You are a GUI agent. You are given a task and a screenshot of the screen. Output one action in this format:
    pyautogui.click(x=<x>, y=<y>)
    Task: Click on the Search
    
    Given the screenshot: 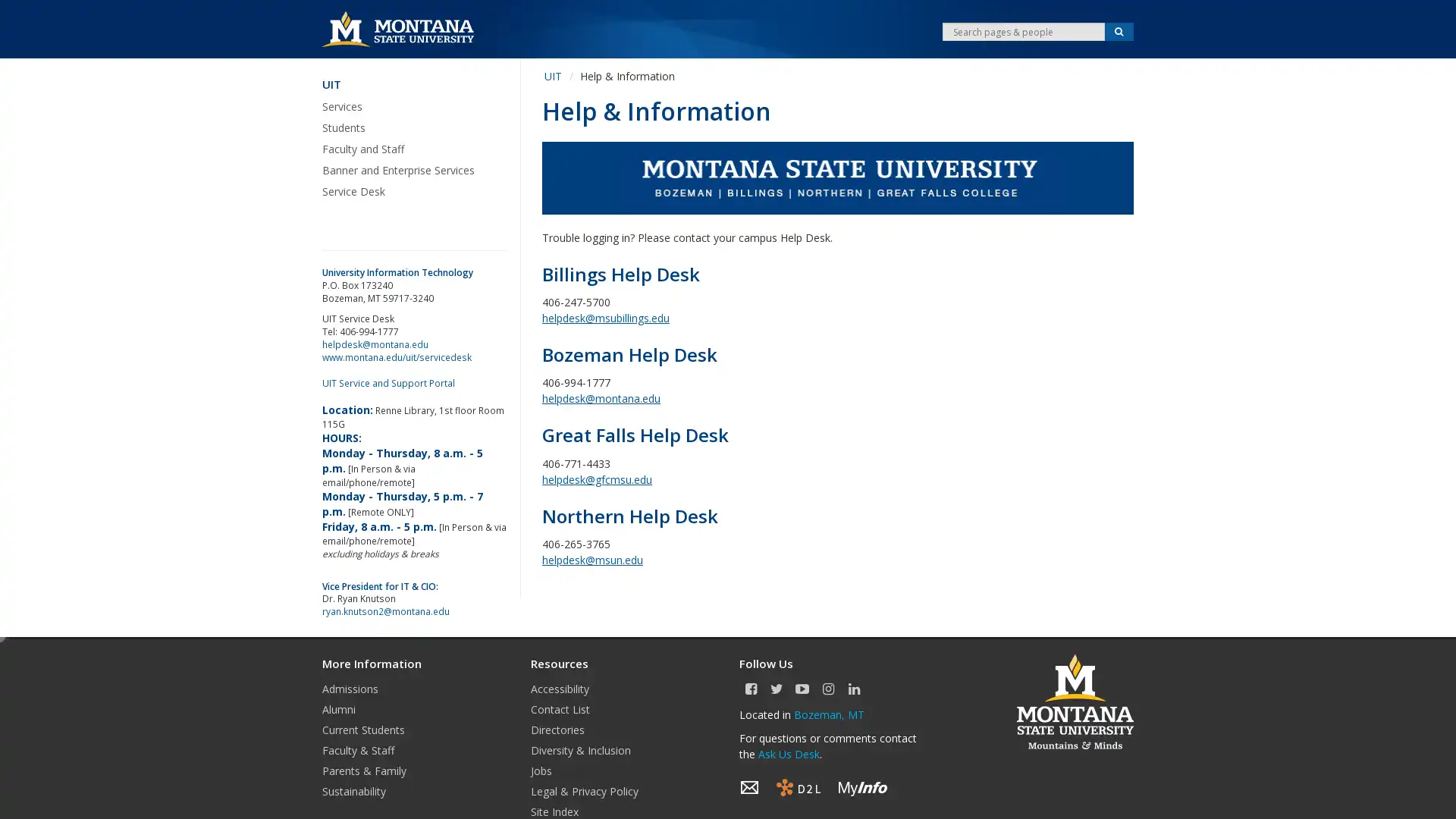 What is the action you would take?
    pyautogui.click(x=1119, y=32)
    